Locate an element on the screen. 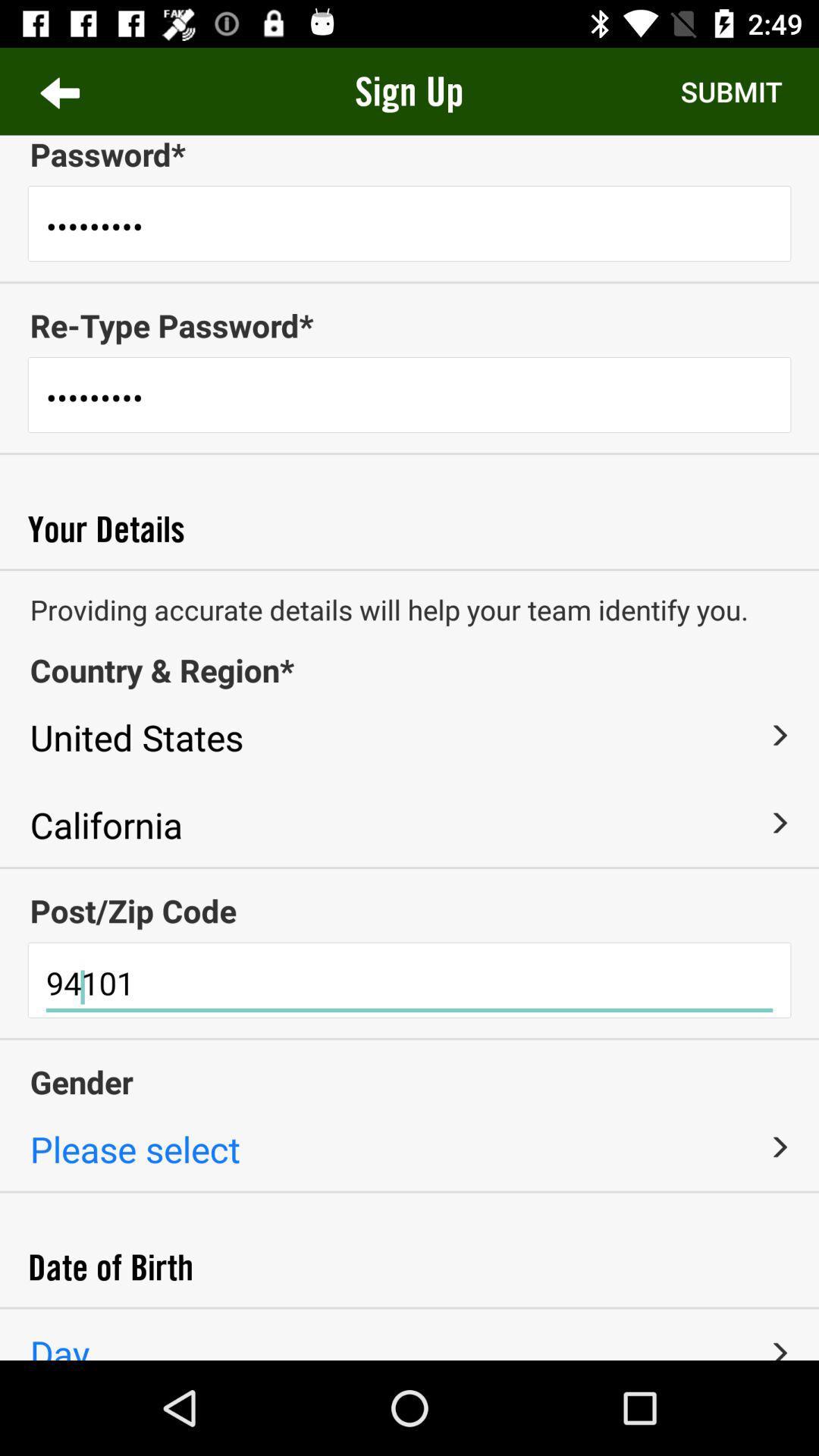 This screenshot has width=819, height=1456. the item above re-type password* item is located at coordinates (409, 282).